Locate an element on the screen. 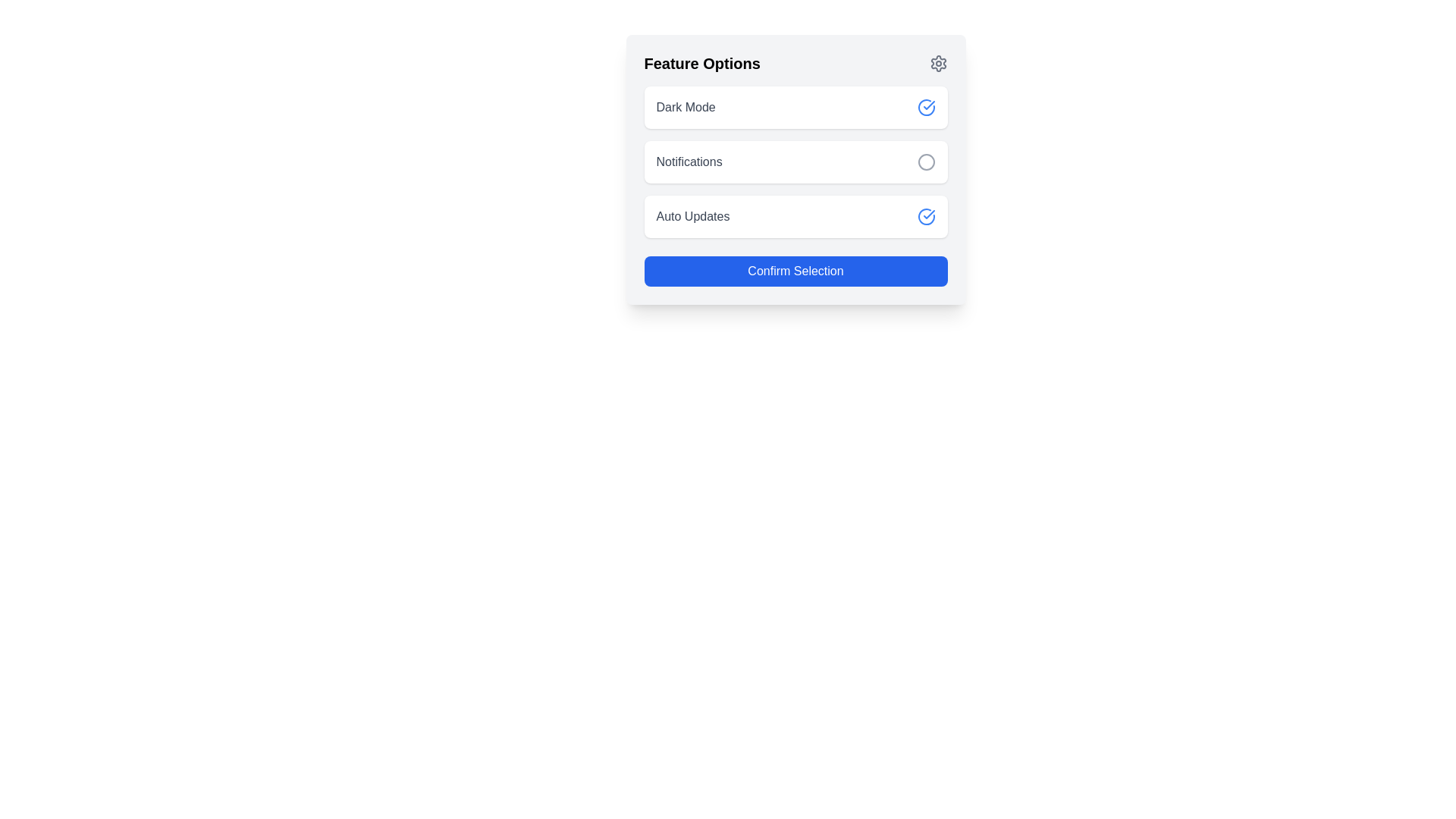  the descriptive text label for notifications, which is the second item in a vertical list between 'Dark Mode' and 'Auto Updates' is located at coordinates (689, 162).